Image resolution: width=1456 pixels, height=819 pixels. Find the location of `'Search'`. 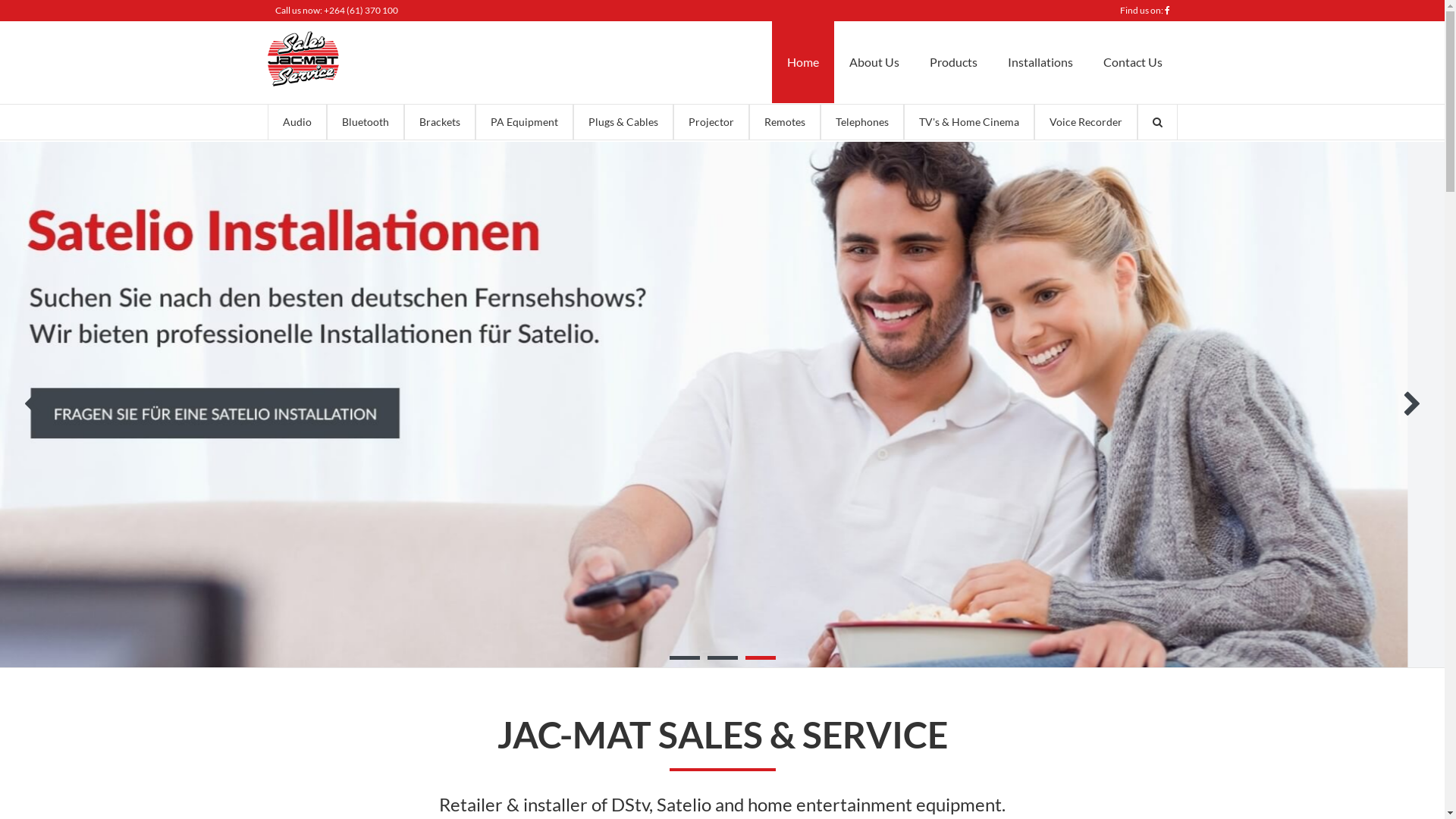

'Search' is located at coordinates (1137, 121).